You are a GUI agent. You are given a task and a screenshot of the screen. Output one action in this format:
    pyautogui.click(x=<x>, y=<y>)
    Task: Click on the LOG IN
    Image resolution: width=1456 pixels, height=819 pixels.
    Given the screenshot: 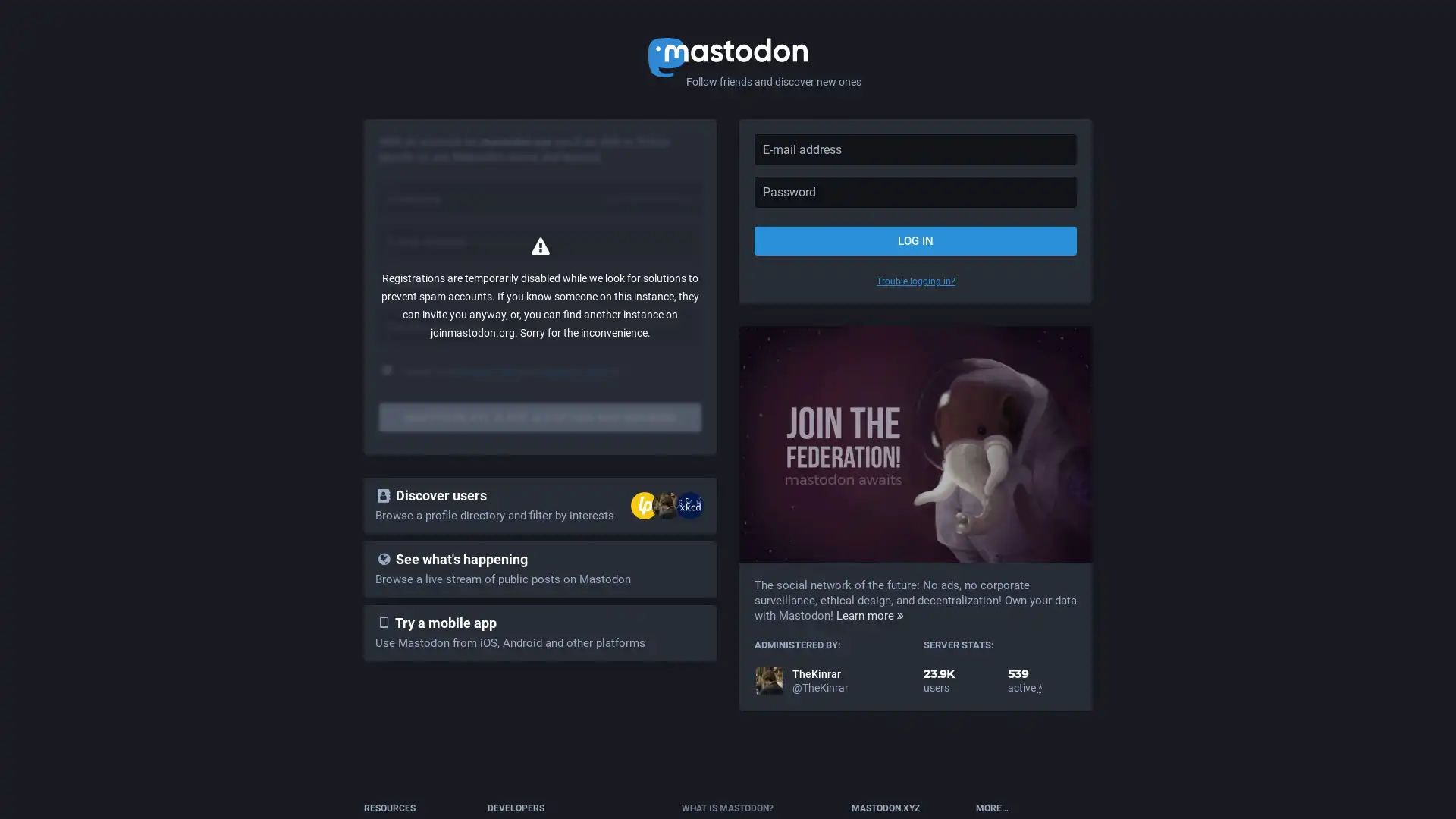 What is the action you would take?
    pyautogui.click(x=915, y=240)
    